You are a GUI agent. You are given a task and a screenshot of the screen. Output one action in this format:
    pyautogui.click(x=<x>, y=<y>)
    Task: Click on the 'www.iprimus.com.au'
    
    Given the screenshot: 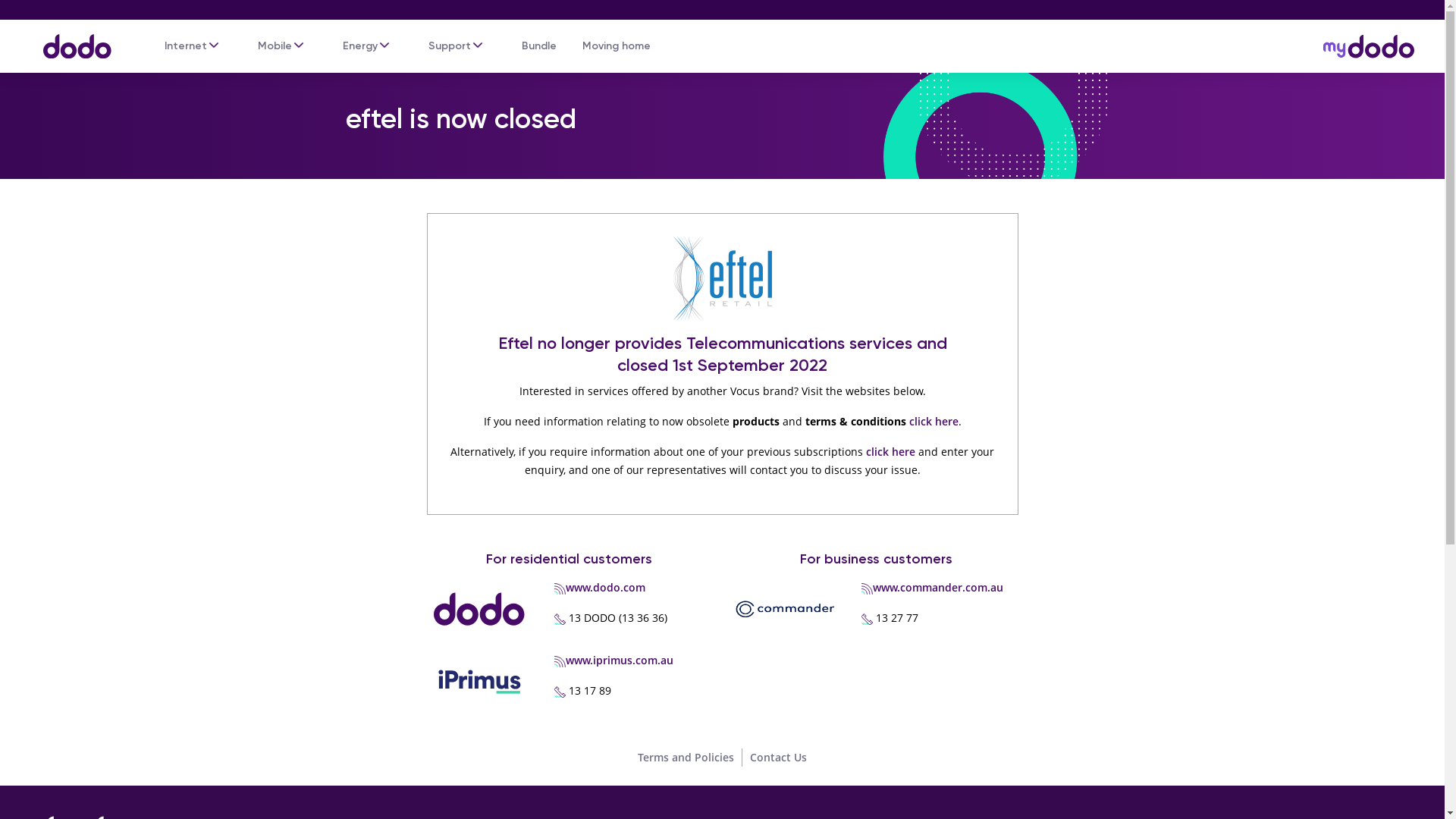 What is the action you would take?
    pyautogui.click(x=619, y=659)
    